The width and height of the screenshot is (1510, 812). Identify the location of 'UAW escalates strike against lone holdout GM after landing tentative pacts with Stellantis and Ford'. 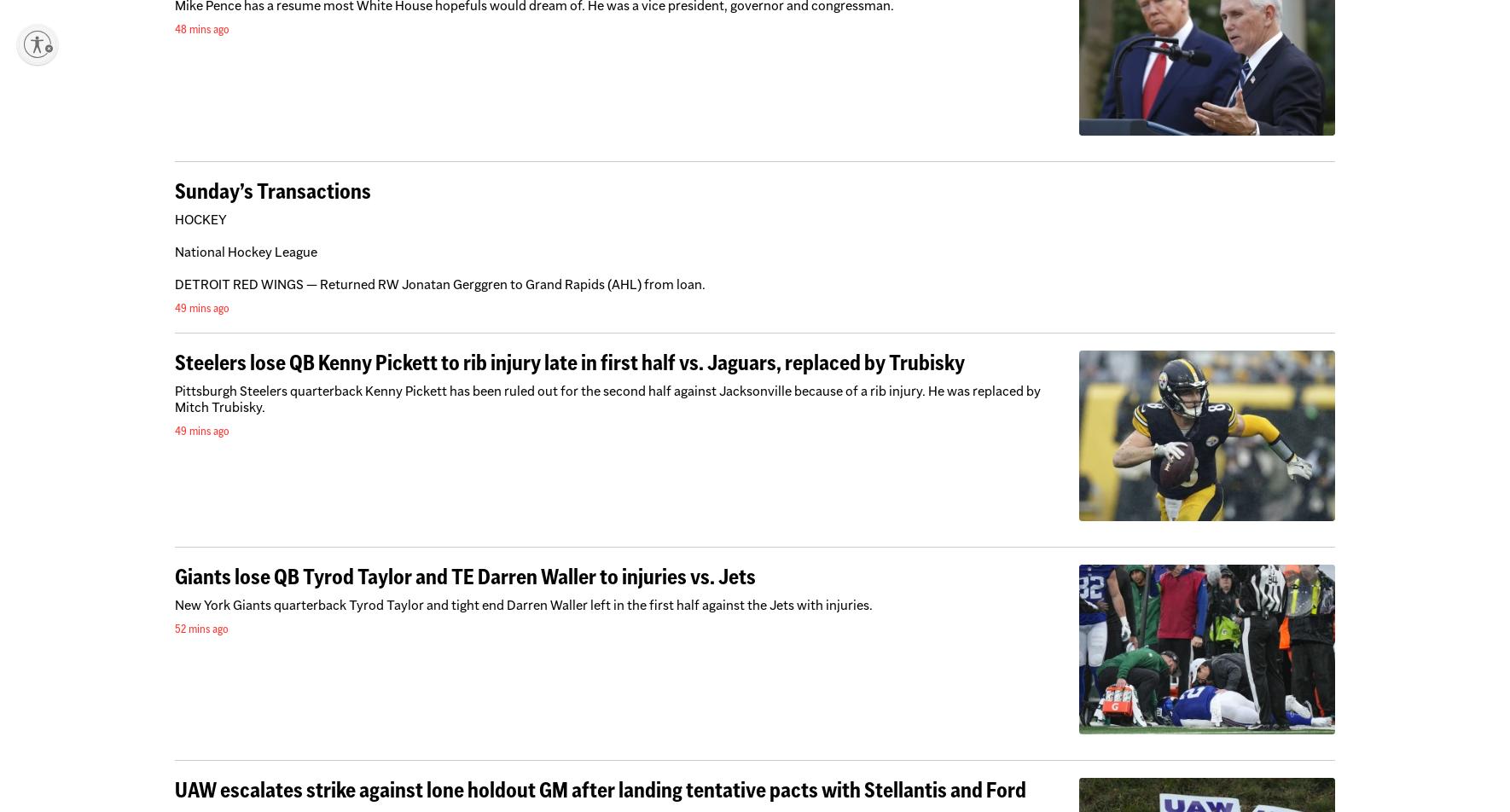
(599, 790).